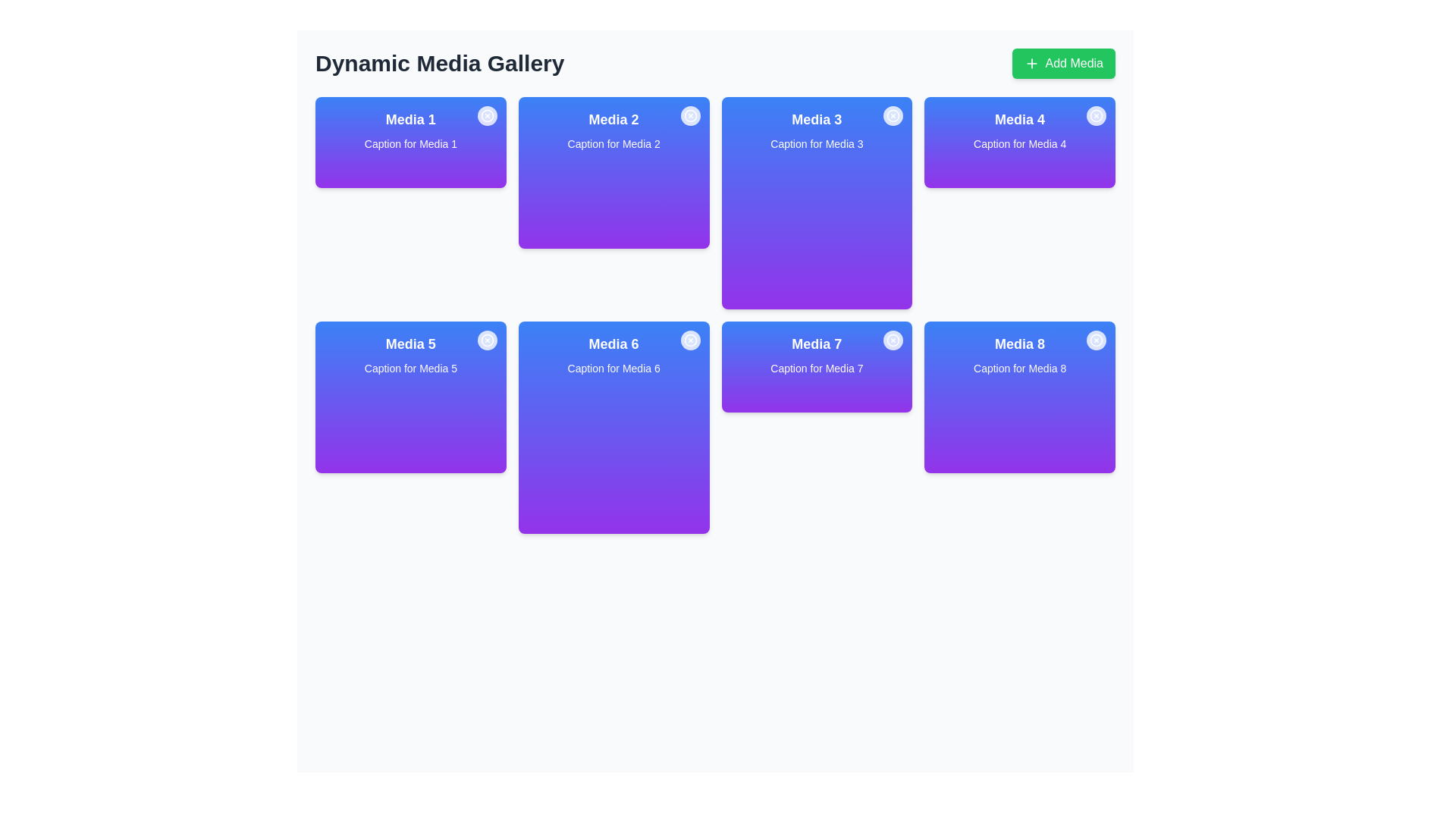  I want to click on the SVG circle graphic element located in the upper-right corner of the 'Media 2' card for detailed interaction, so click(689, 115).